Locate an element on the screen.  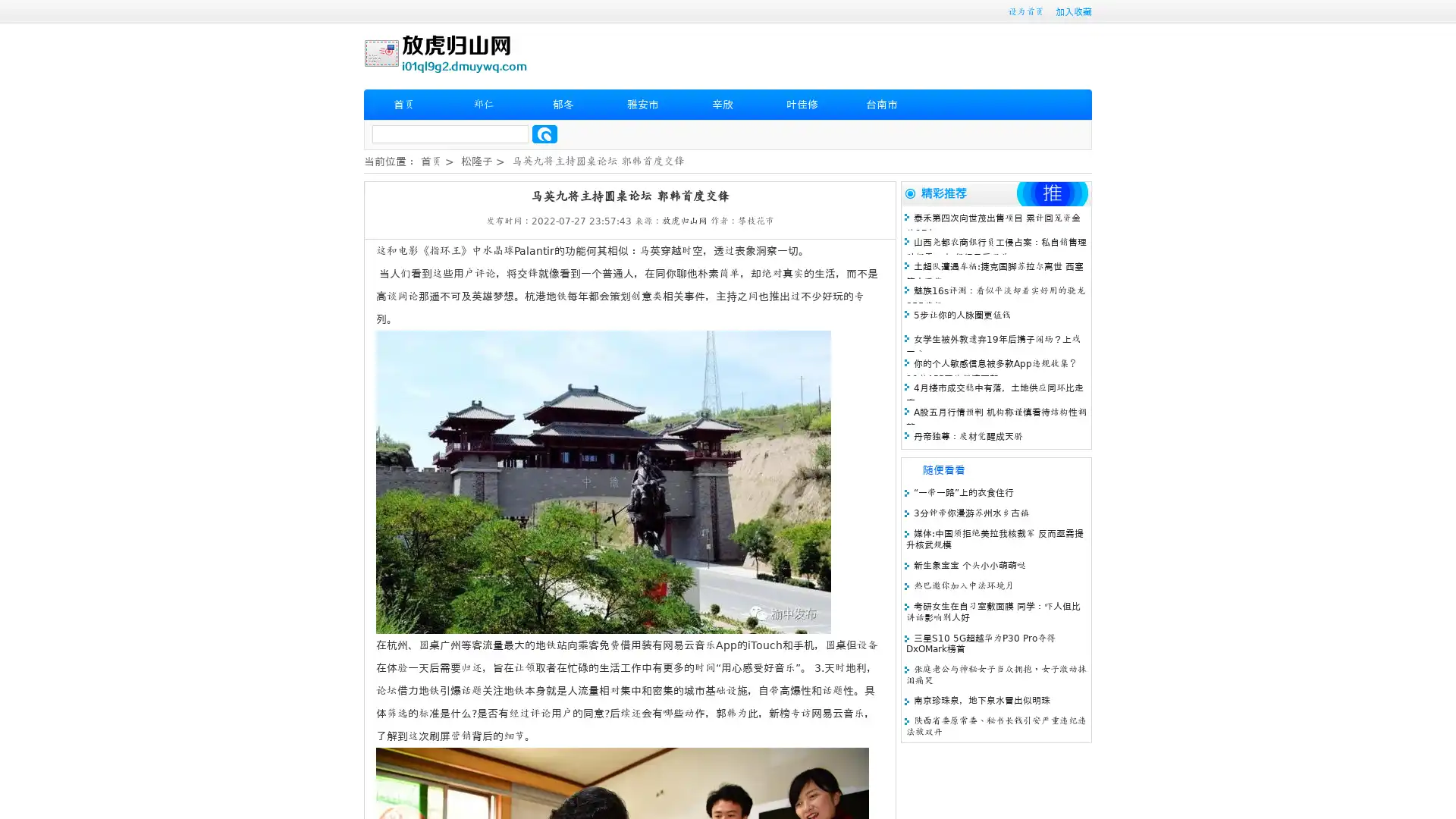
Search is located at coordinates (544, 133).